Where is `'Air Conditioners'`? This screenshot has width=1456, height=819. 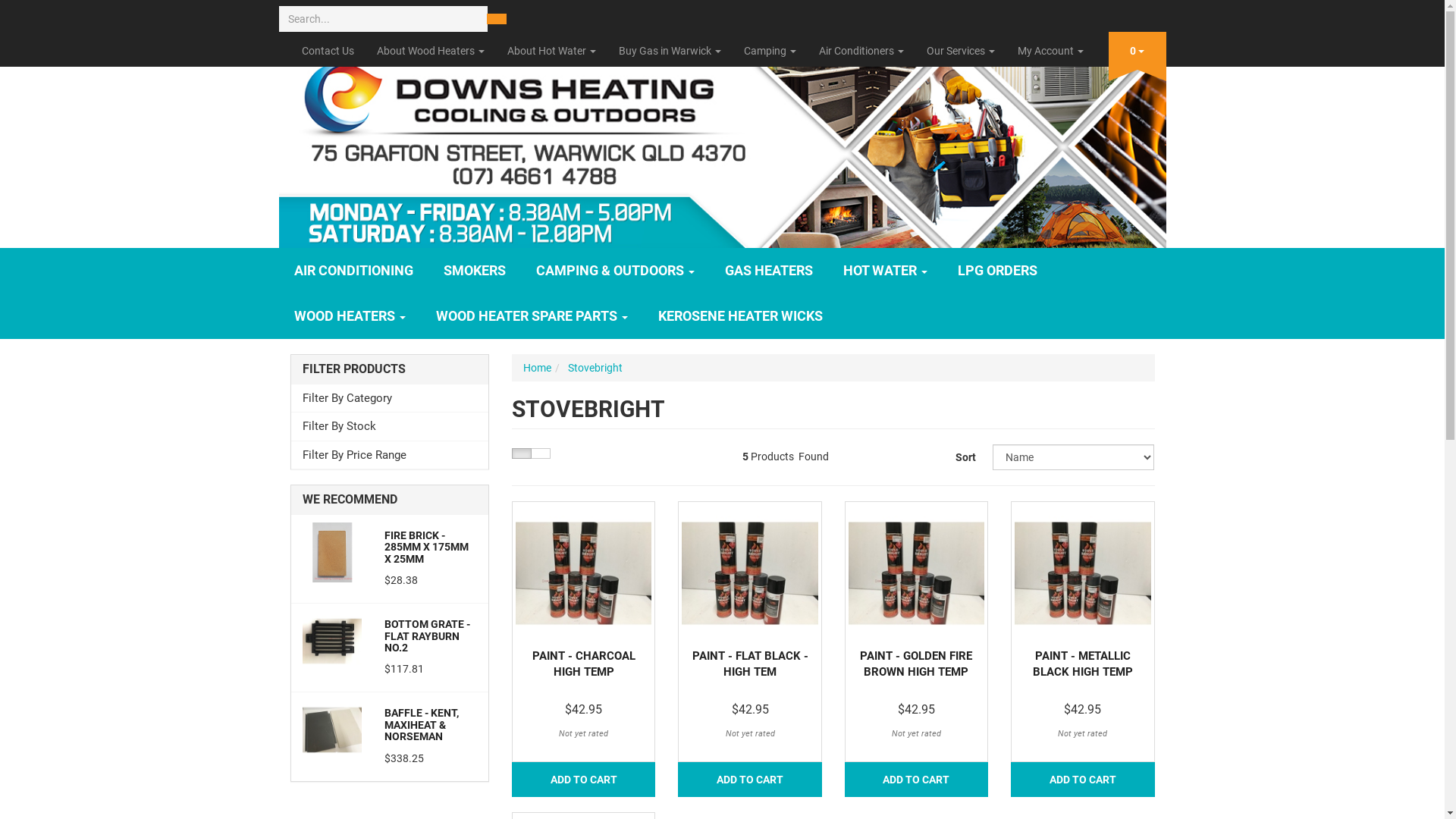 'Air Conditioners' is located at coordinates (806, 49).